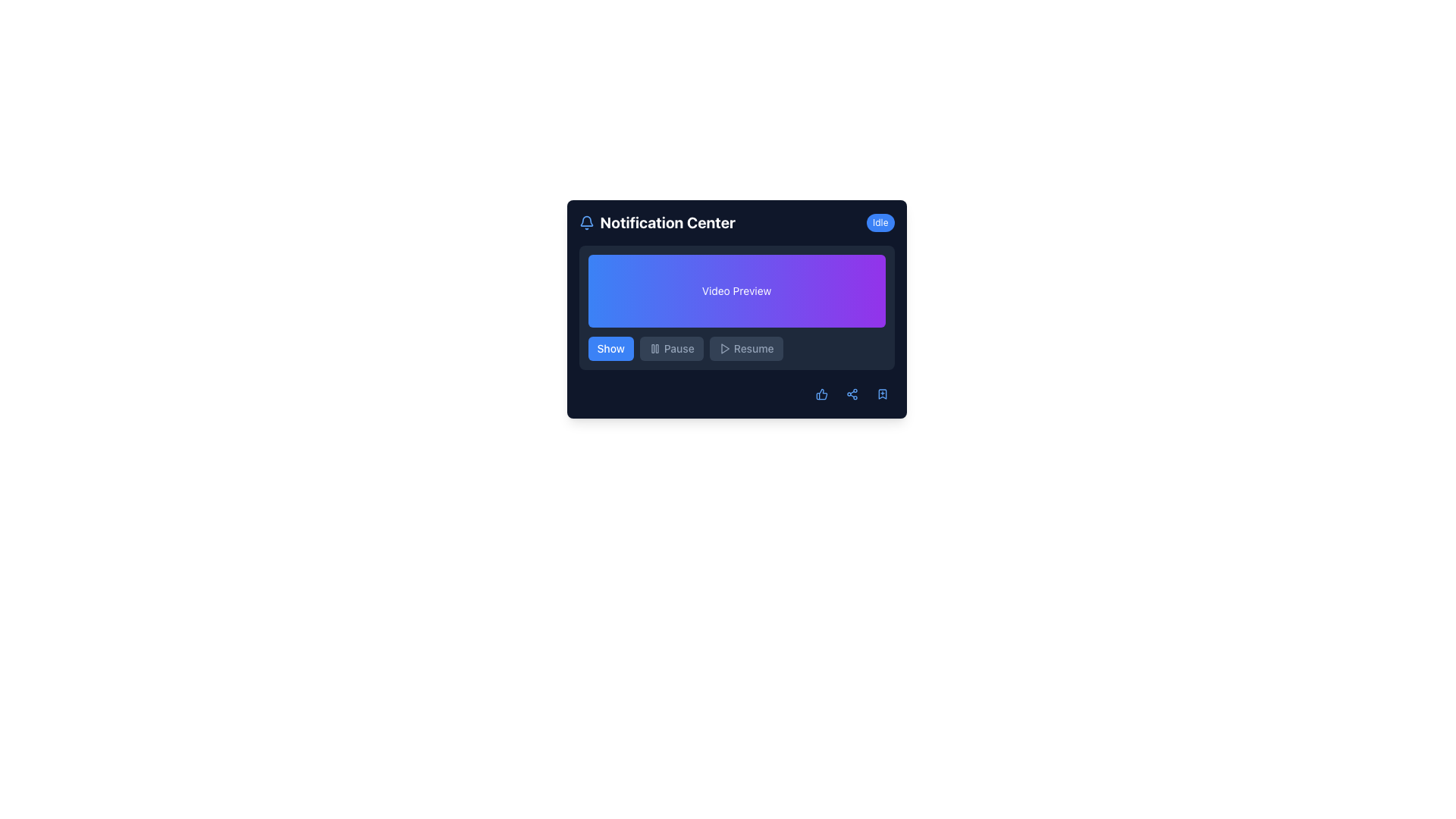 The width and height of the screenshot is (1456, 819). I want to click on the 'Video Preview' static informational section, which has a gradient background from blue to purple and contains the text 'Video Preview' in white font, located centrally in the 'Notification Center', so click(736, 291).